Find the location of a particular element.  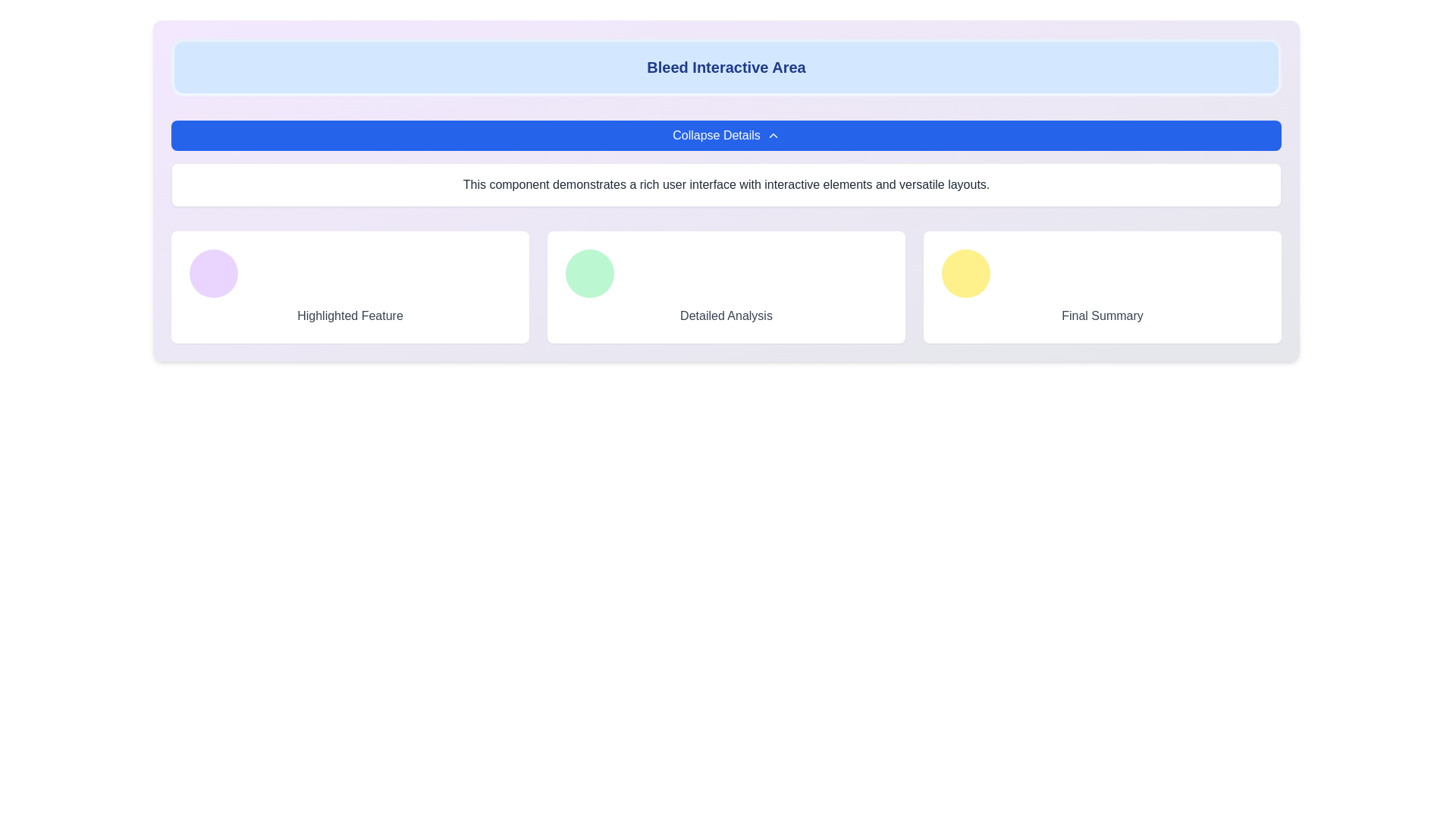

the circular decorative element with a yellow background located in the 'Final Summary' card on the right side of the panel row is located at coordinates (965, 274).